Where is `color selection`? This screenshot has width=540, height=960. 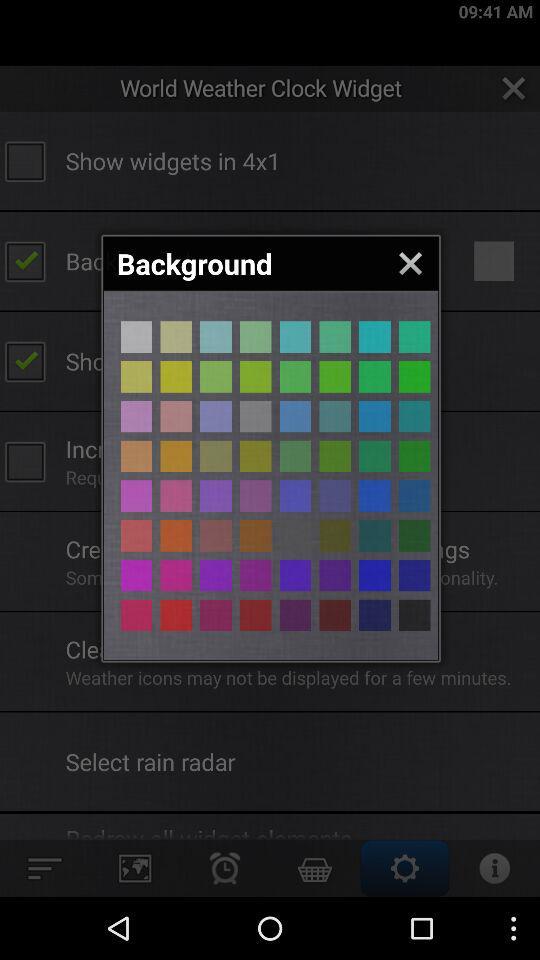
color selection is located at coordinates (374, 456).